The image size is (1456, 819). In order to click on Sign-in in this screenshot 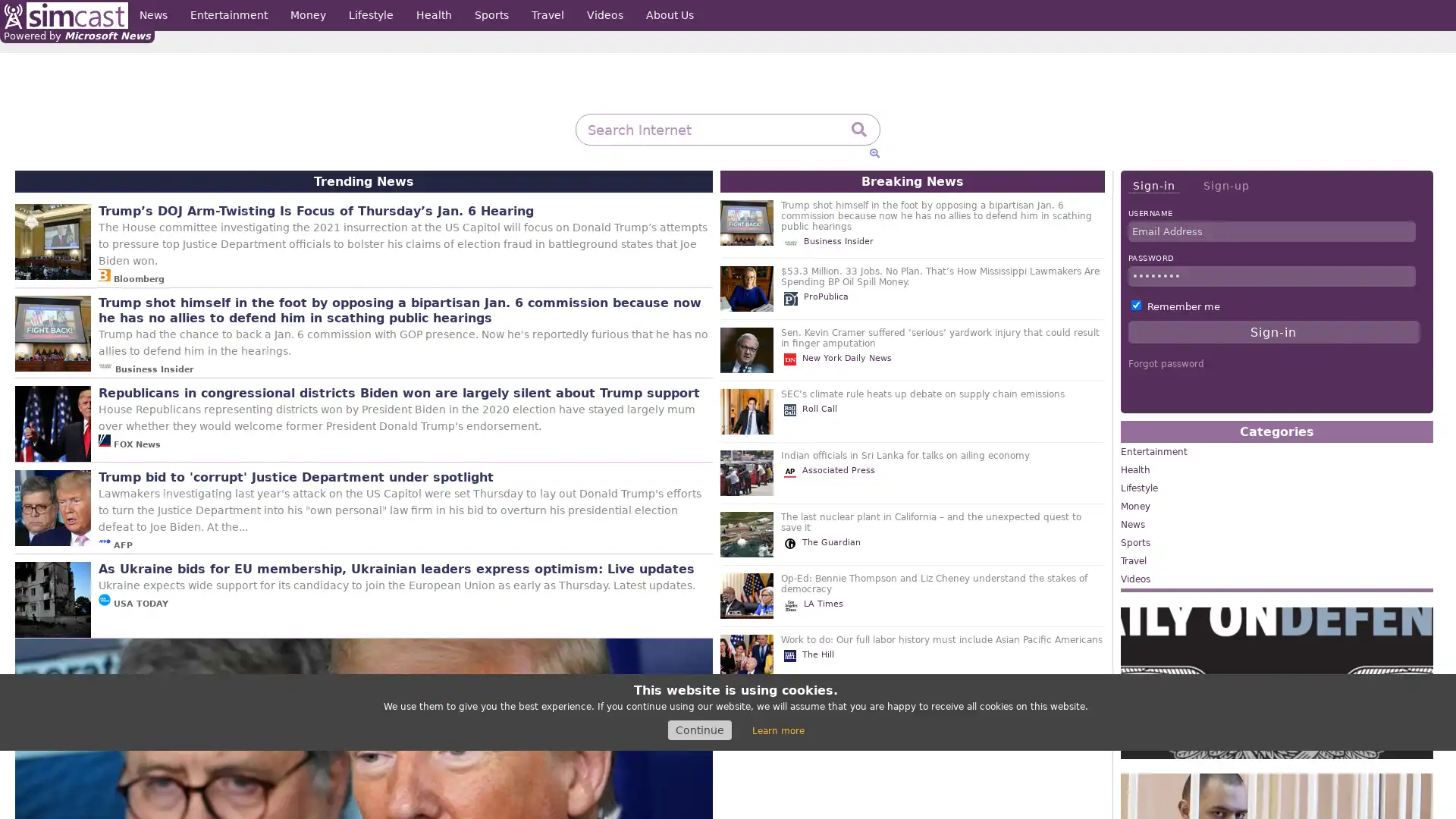, I will do `click(1273, 331)`.